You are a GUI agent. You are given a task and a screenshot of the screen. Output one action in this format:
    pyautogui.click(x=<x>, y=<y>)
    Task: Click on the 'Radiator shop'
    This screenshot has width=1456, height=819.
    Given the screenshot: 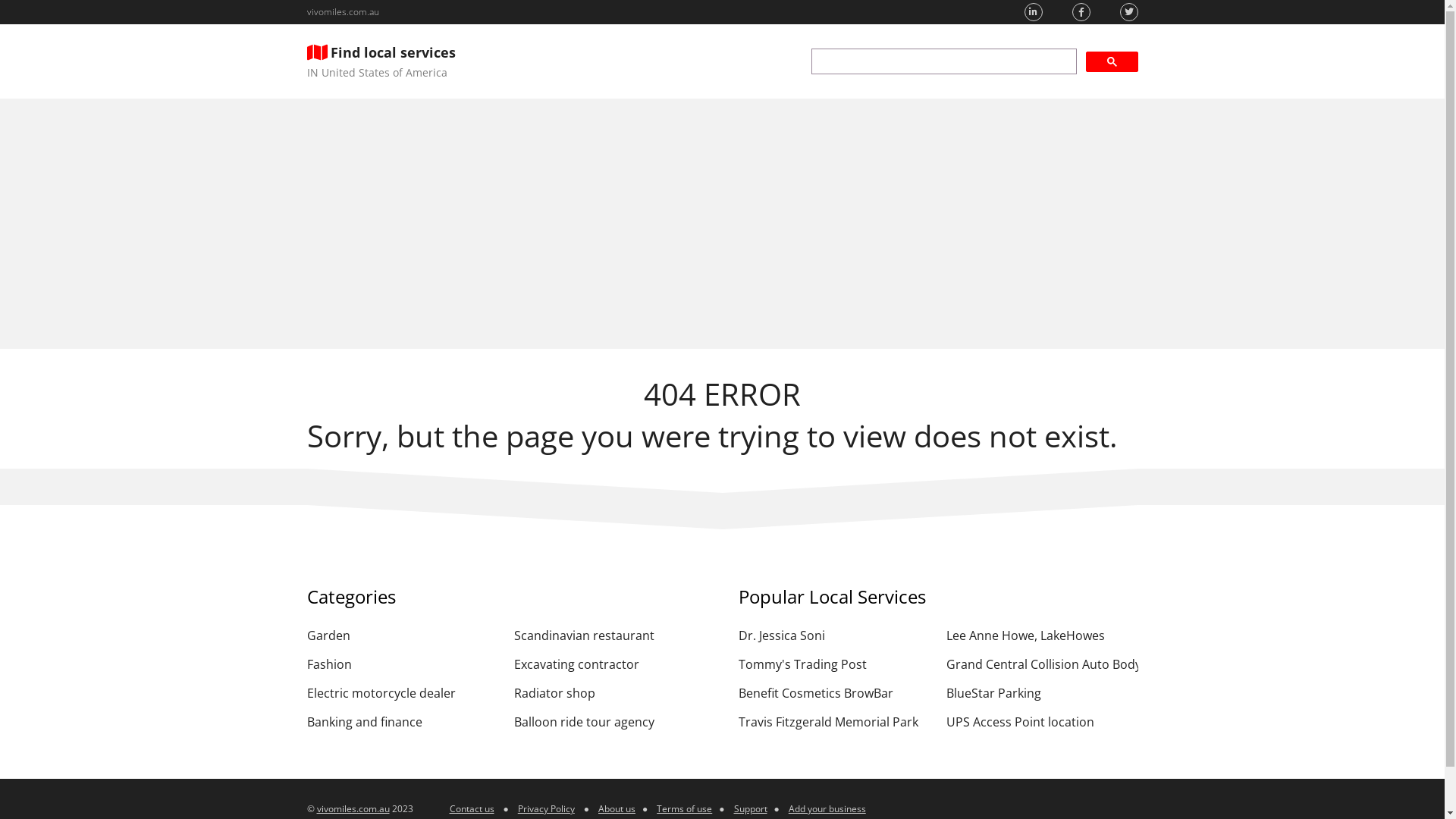 What is the action you would take?
    pyautogui.click(x=610, y=693)
    